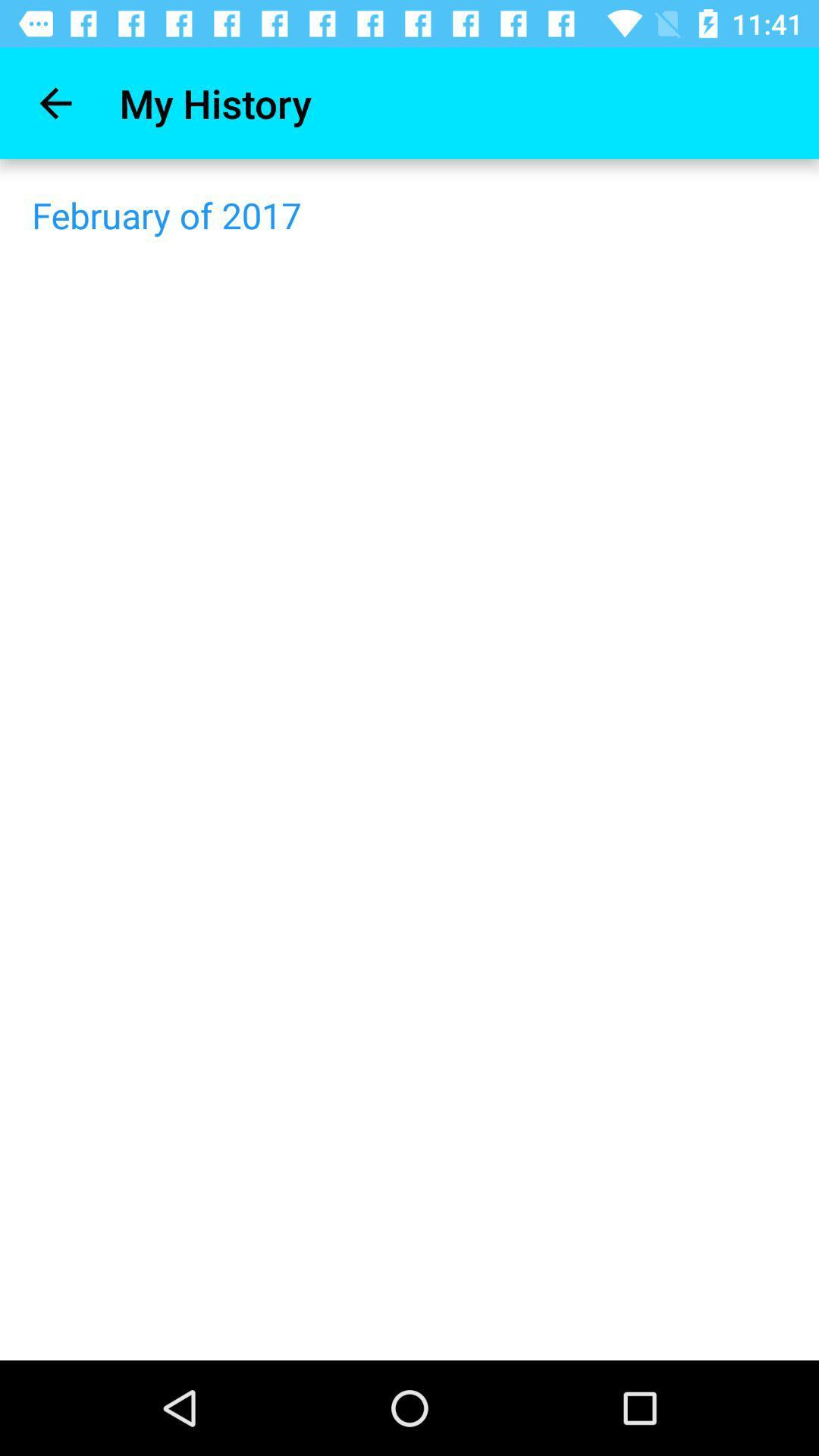  What do you see at coordinates (55, 102) in the screenshot?
I see `item next to the my history icon` at bounding box center [55, 102].